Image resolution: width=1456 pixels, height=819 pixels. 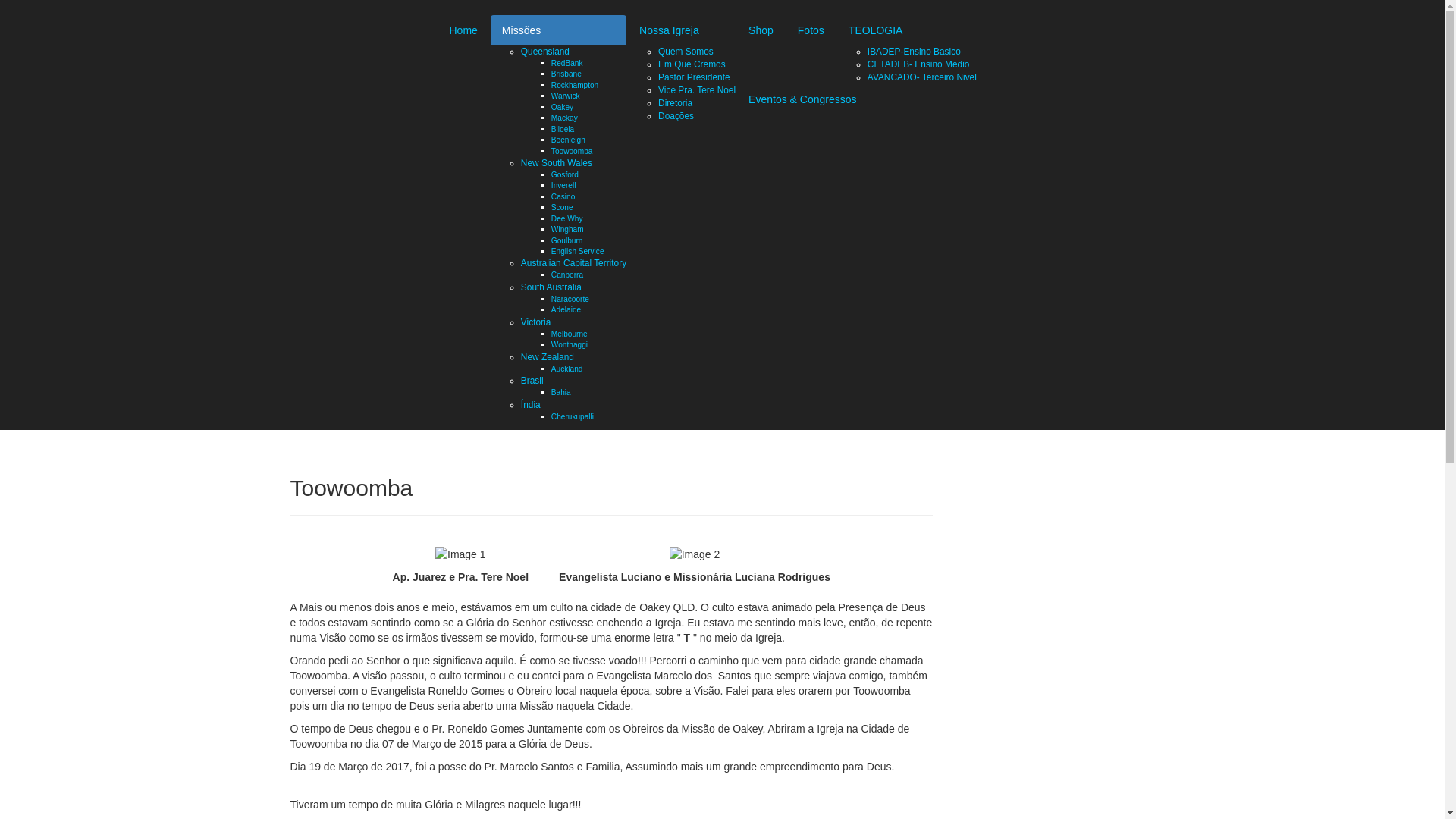 I want to click on 'Queensland', so click(x=545, y=51).